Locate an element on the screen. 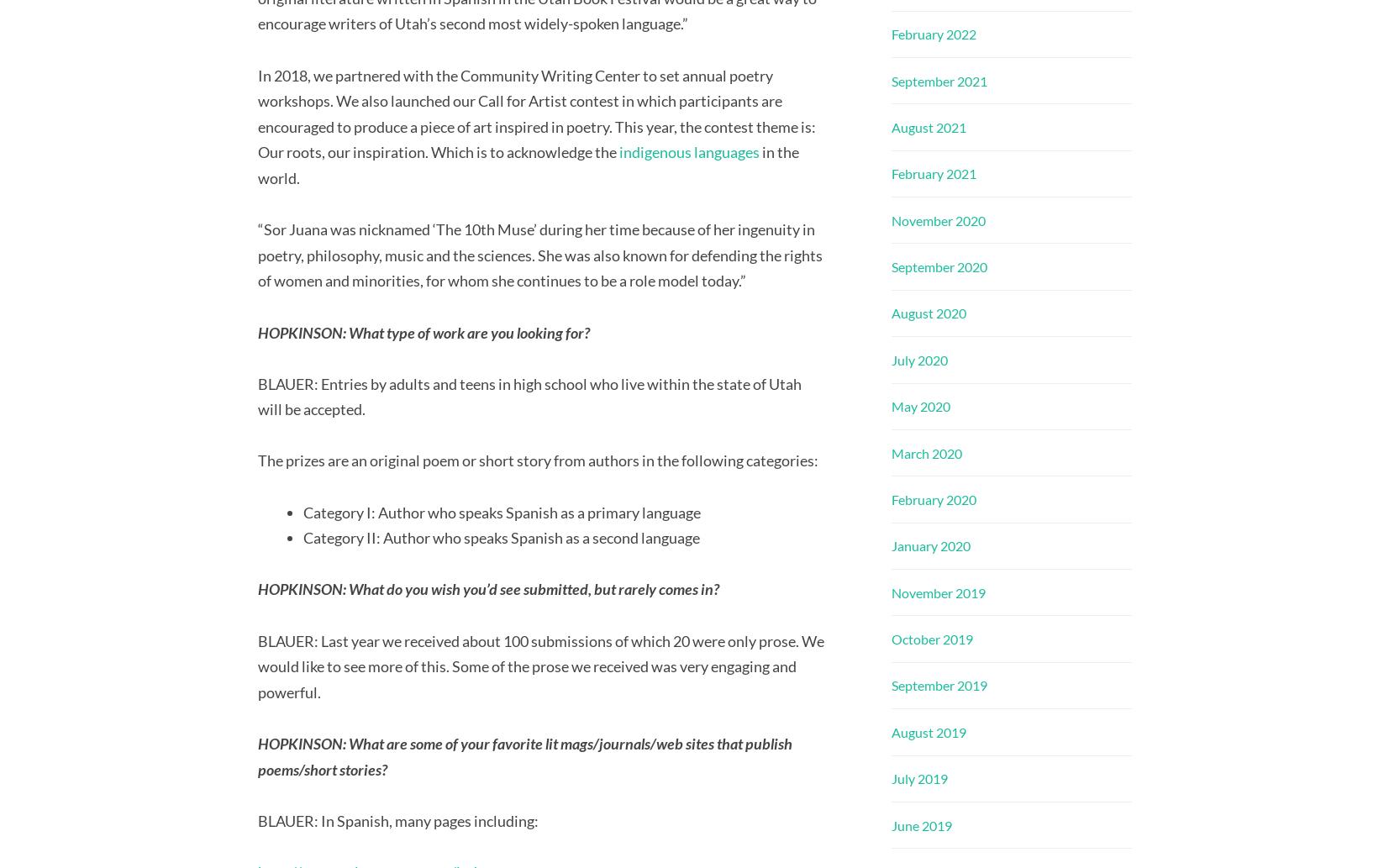 Image resolution: width=1389 pixels, height=868 pixels. 'July 2020' is located at coordinates (918, 359).